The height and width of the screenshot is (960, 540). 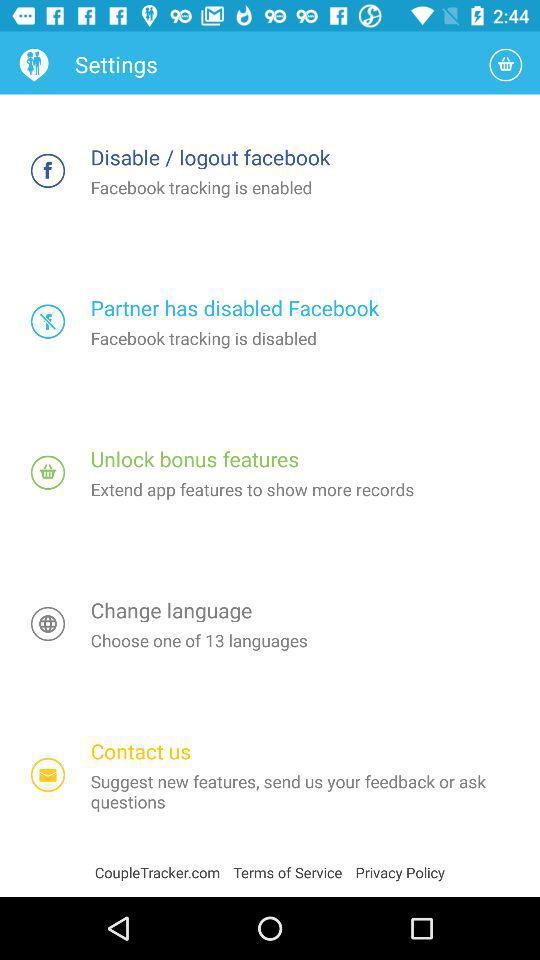 What do you see at coordinates (48, 321) in the screenshot?
I see `disable tracking` at bounding box center [48, 321].